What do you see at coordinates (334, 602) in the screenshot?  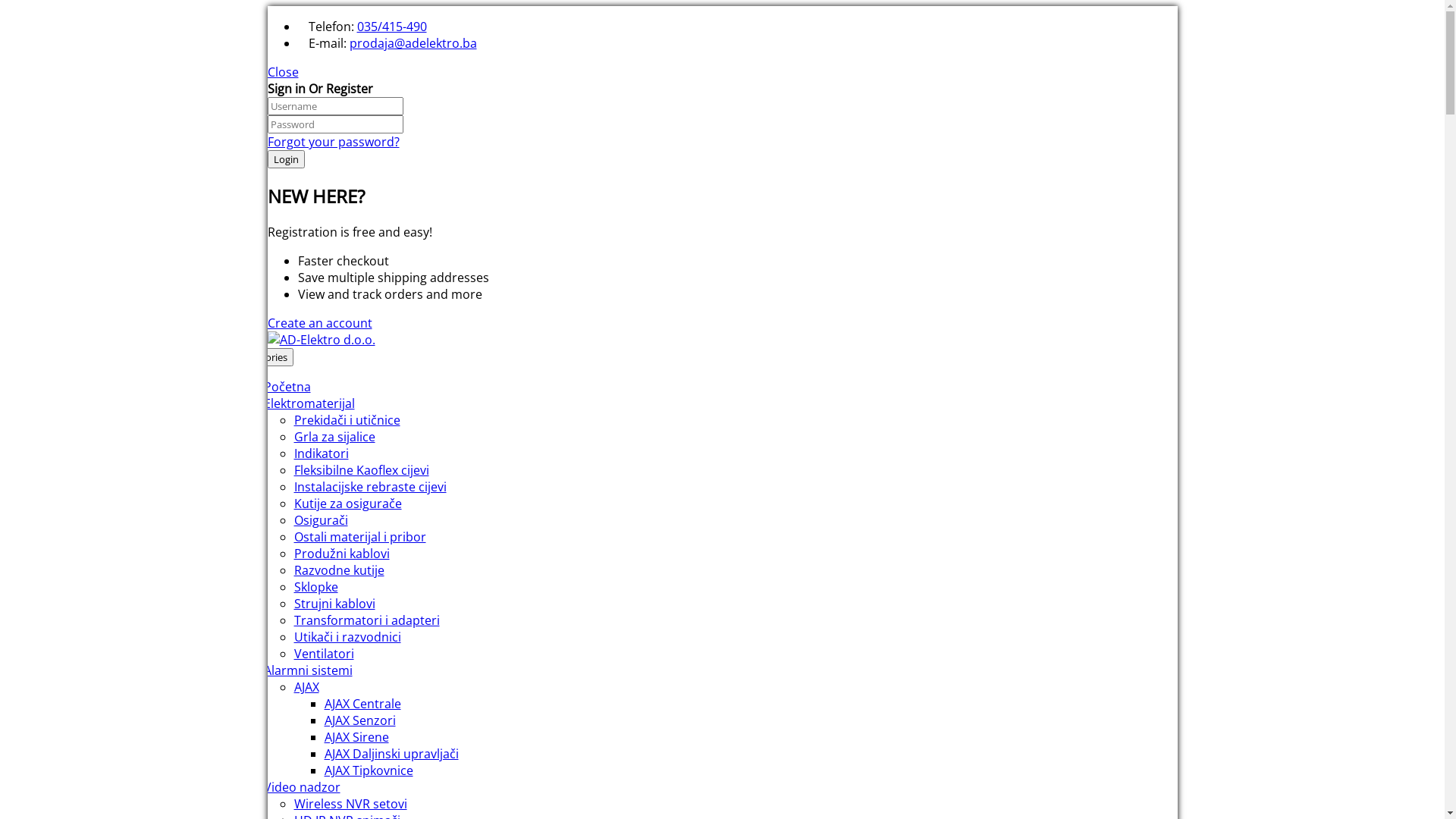 I see `'Strujni kablovi'` at bounding box center [334, 602].